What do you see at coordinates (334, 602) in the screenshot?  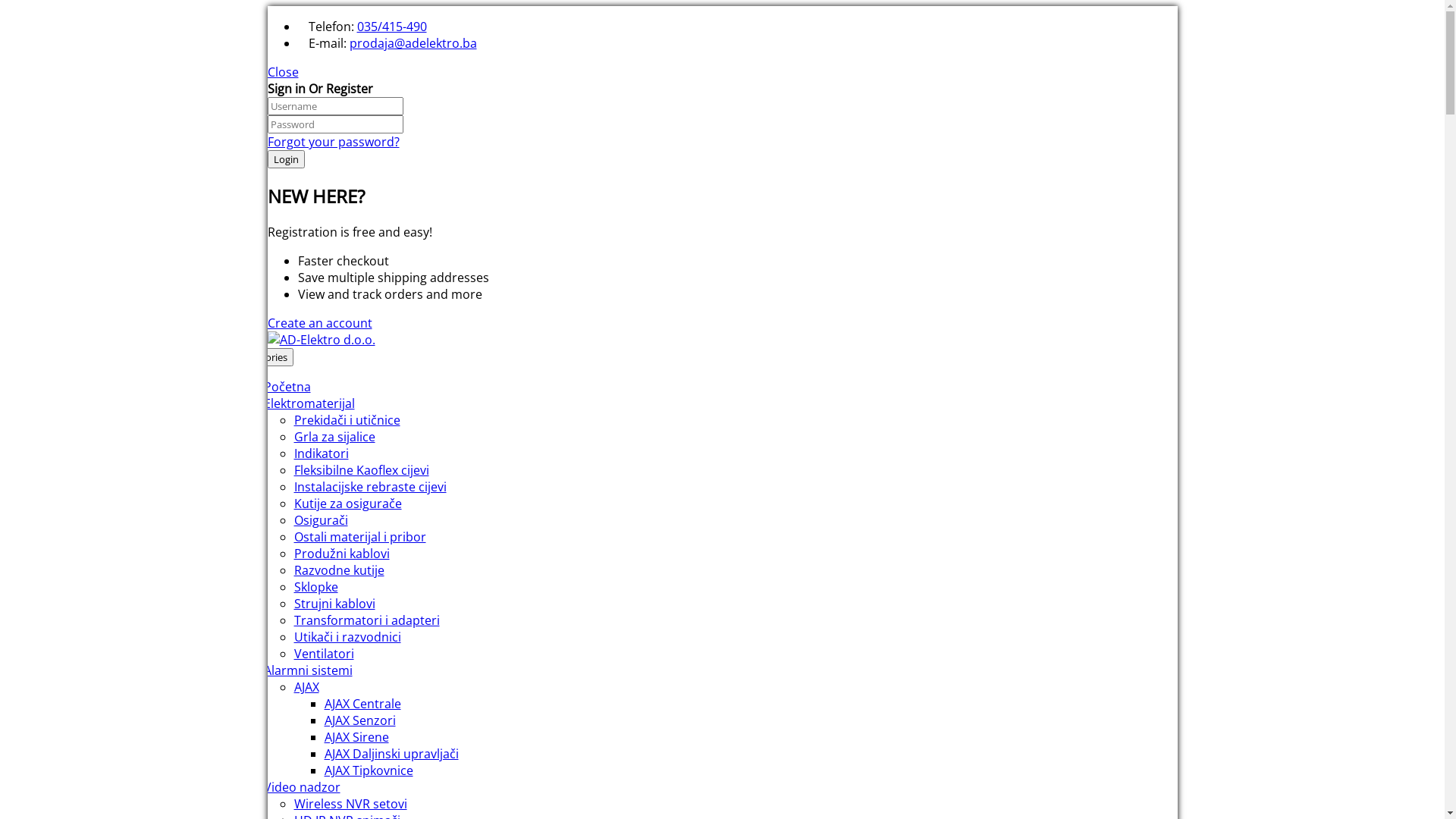 I see `'Strujni kablovi'` at bounding box center [334, 602].